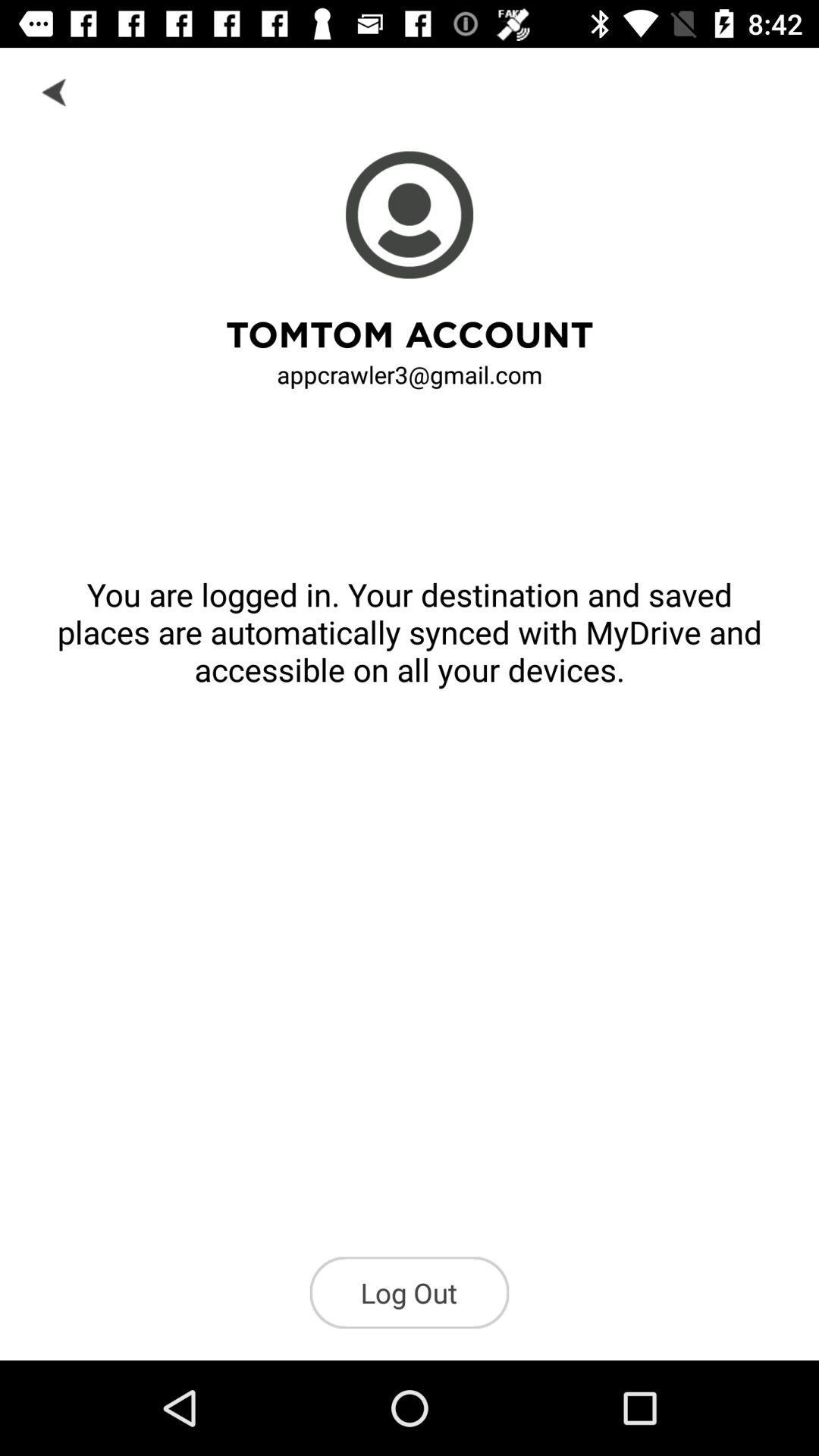 The height and width of the screenshot is (1456, 819). I want to click on goto previous screen, so click(55, 90).